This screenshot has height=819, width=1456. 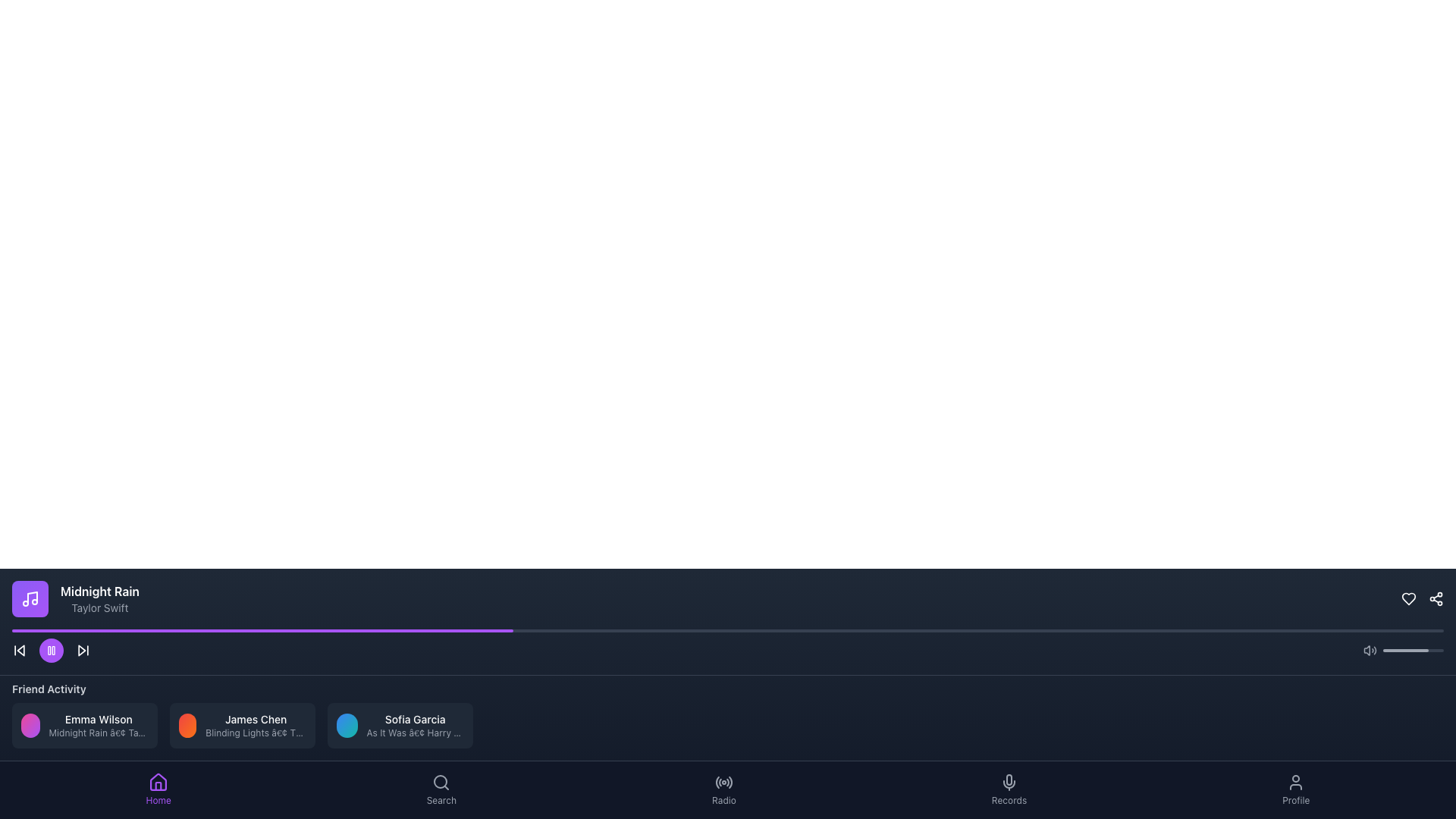 What do you see at coordinates (1009, 783) in the screenshot?
I see `the microphone icon button located in the 'Records' section of the bottom navigation bar` at bounding box center [1009, 783].